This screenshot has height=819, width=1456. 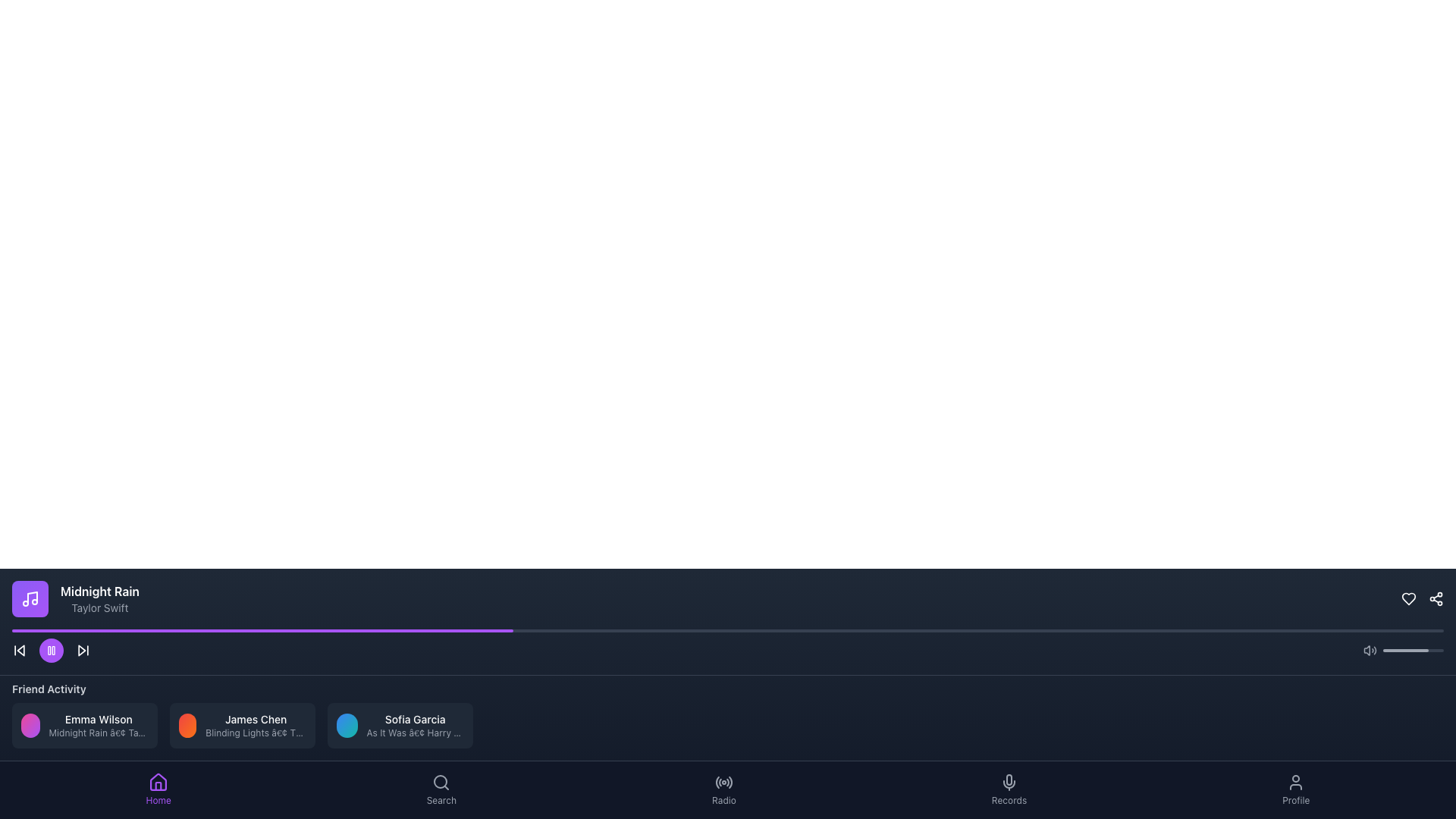 What do you see at coordinates (1009, 783) in the screenshot?
I see `the microphone icon button located in the 'Records' section of the bottom navigation bar` at bounding box center [1009, 783].